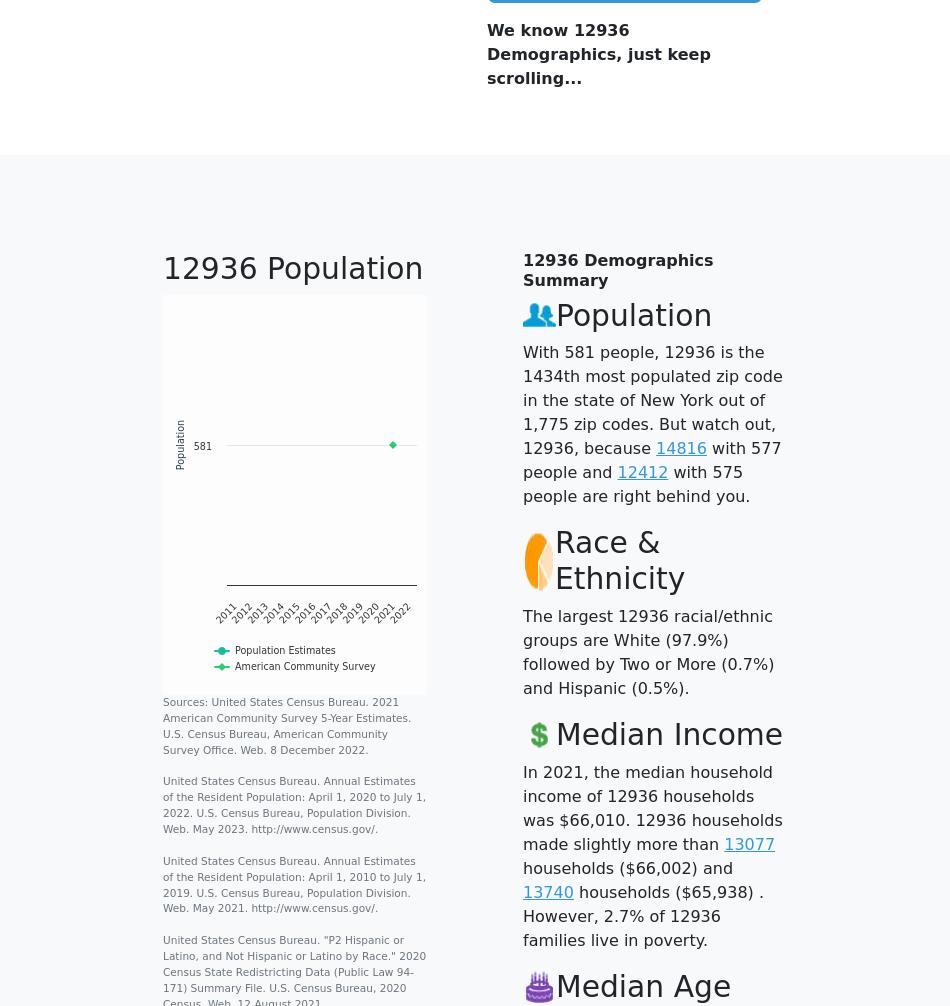  What do you see at coordinates (193, 773) in the screenshot?
I see `'Products & Services'` at bounding box center [193, 773].